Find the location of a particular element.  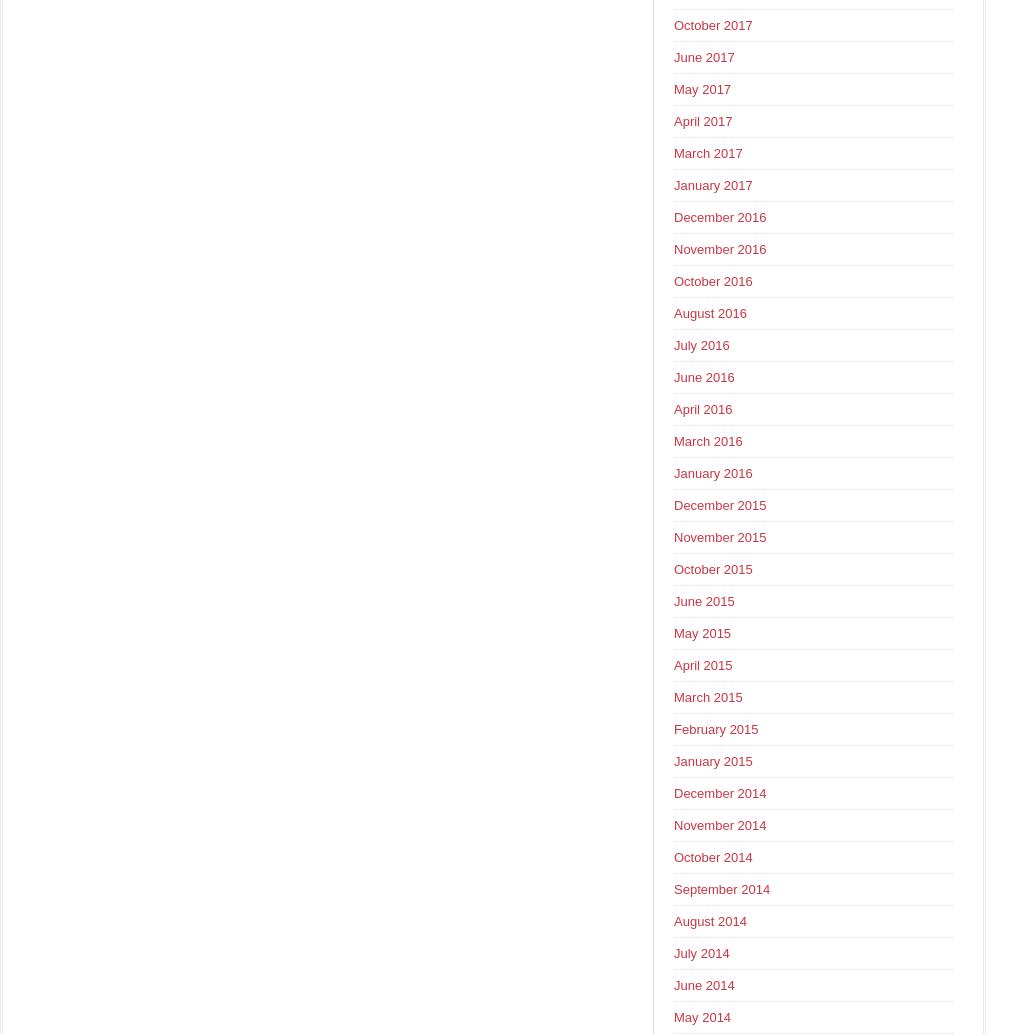

'January 2017' is located at coordinates (711, 185).